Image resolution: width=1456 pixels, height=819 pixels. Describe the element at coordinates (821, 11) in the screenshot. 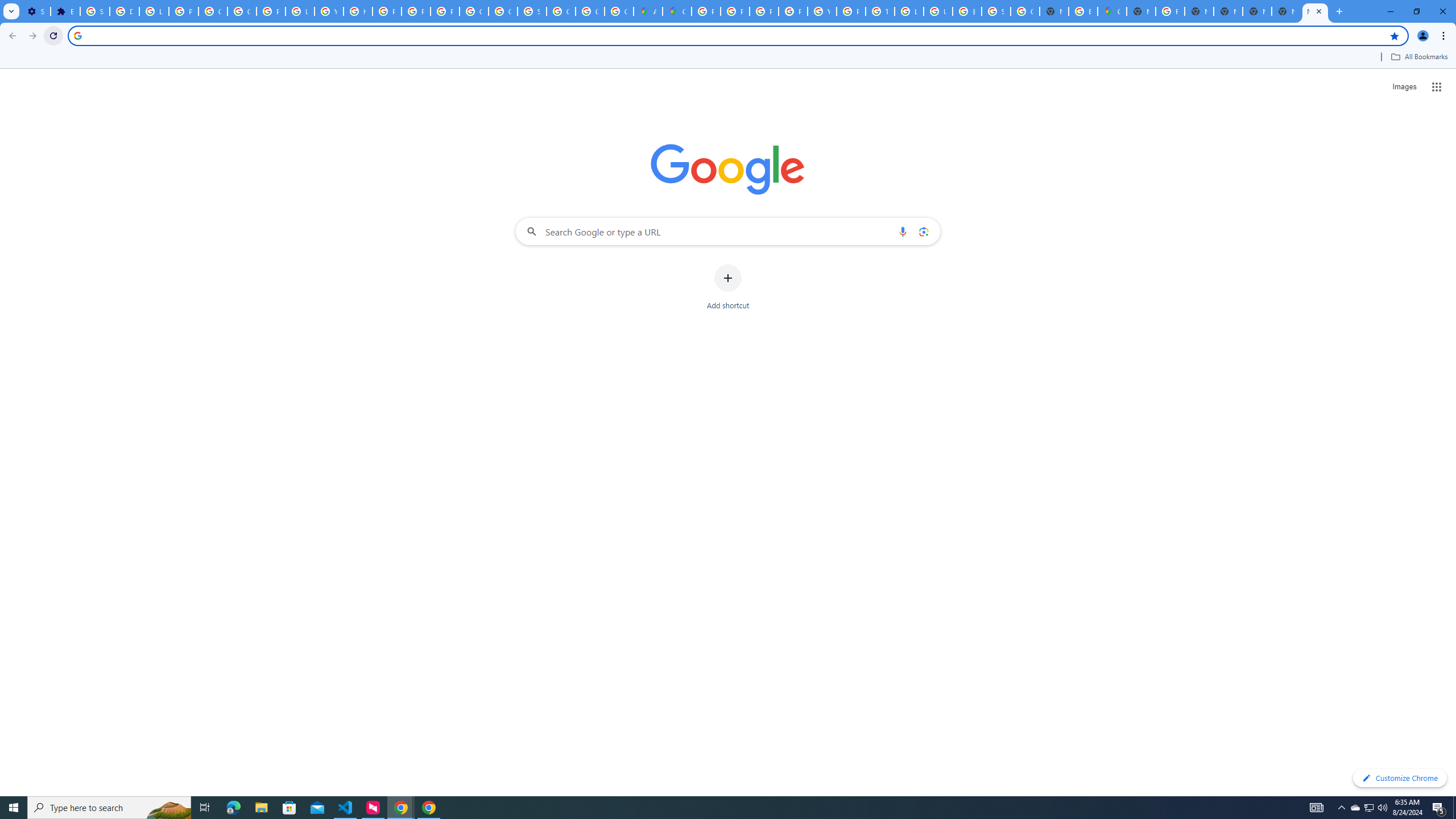

I see `'YouTube'` at that location.